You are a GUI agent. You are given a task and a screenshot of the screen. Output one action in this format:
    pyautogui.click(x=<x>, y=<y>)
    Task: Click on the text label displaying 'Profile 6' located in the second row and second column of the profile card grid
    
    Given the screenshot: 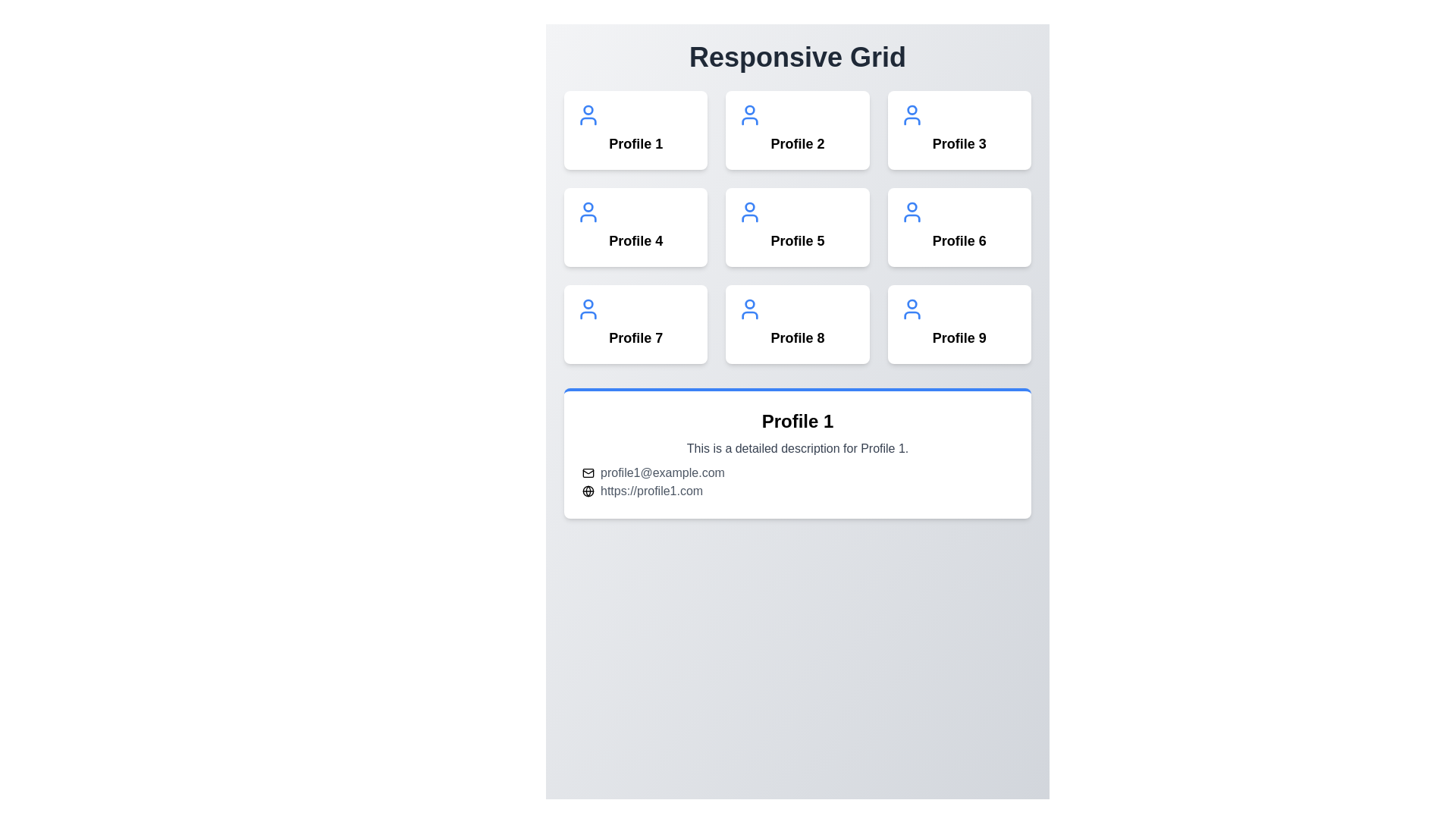 What is the action you would take?
    pyautogui.click(x=959, y=240)
    